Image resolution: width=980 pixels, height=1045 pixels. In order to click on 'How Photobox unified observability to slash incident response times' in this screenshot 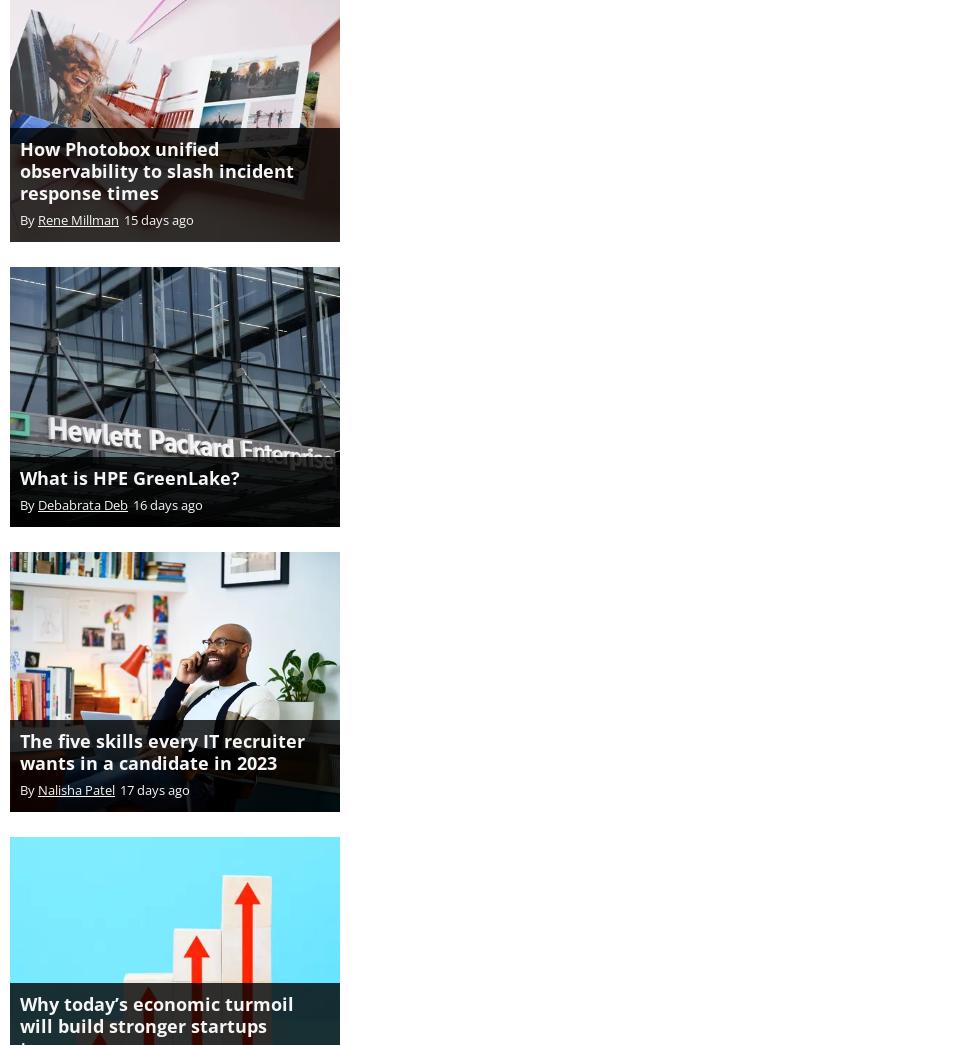, I will do `click(19, 148)`.